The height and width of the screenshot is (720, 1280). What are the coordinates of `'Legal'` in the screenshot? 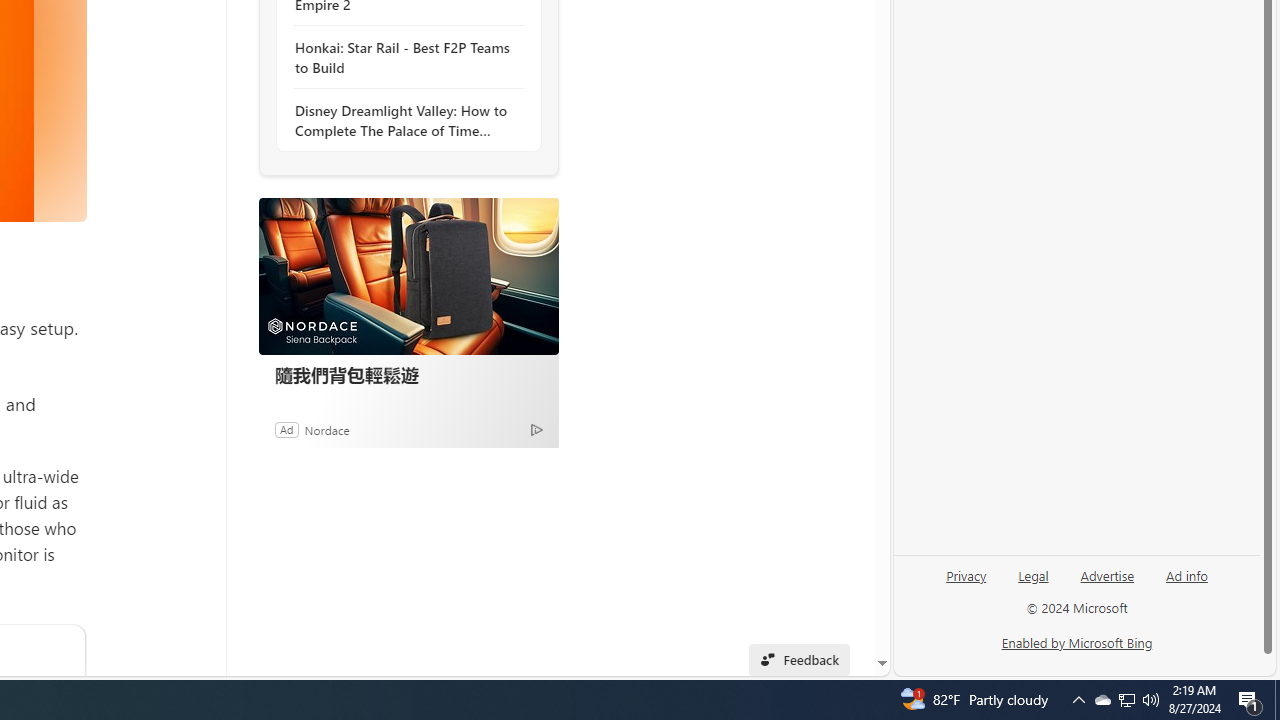 It's located at (1033, 583).